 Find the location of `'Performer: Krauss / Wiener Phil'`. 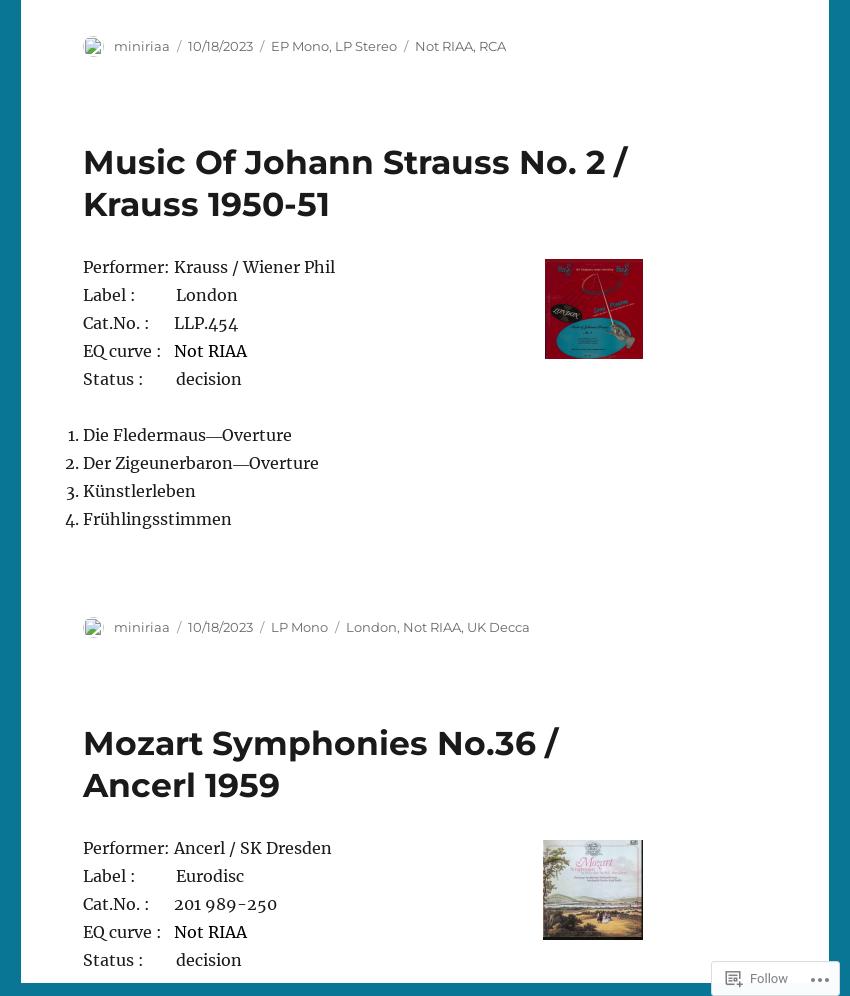

'Performer: Krauss / Wiener Phil' is located at coordinates (208, 266).